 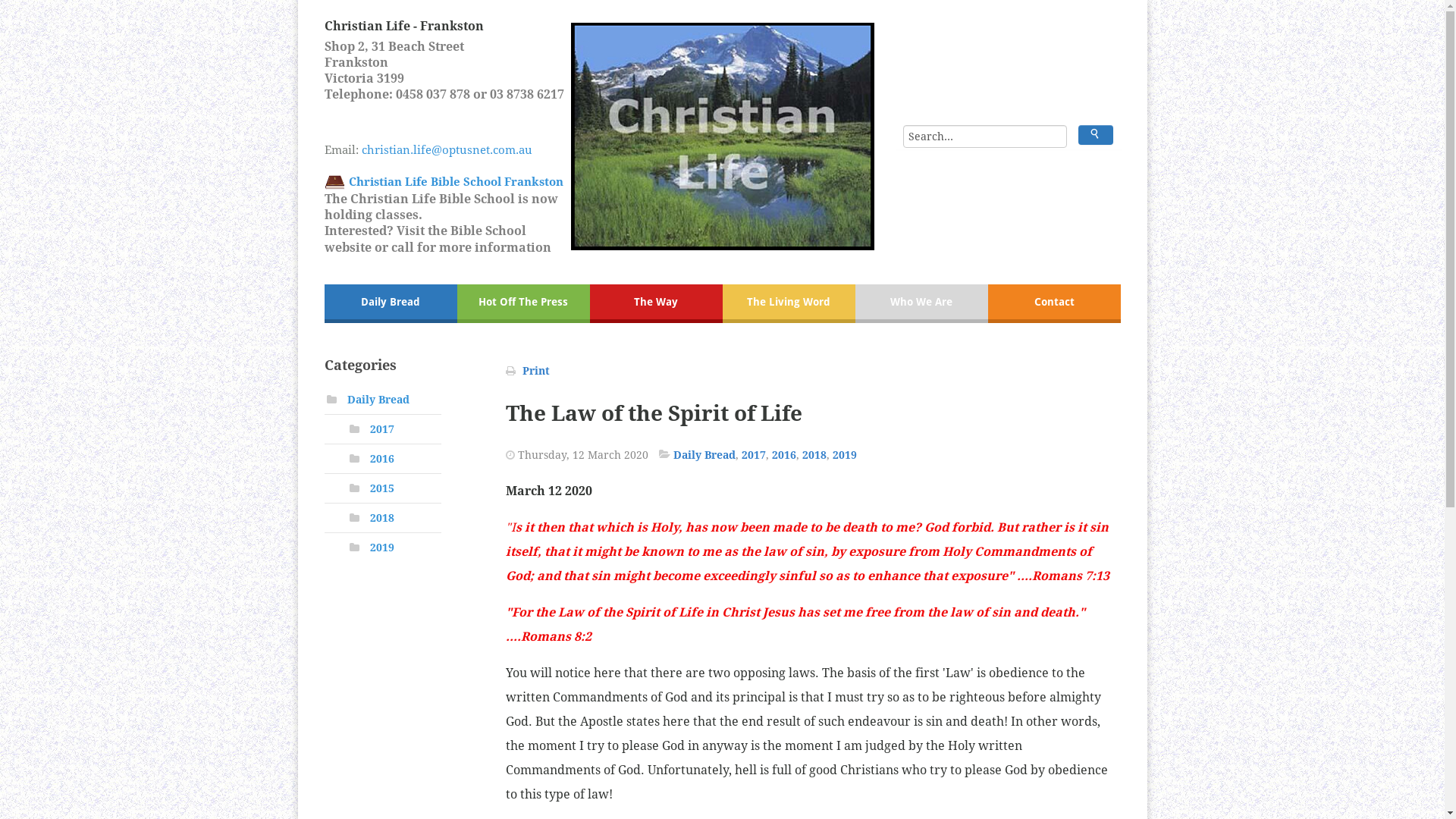 What do you see at coordinates (464, 158) in the screenshot?
I see `'christian.life@optusnet.com.au'` at bounding box center [464, 158].